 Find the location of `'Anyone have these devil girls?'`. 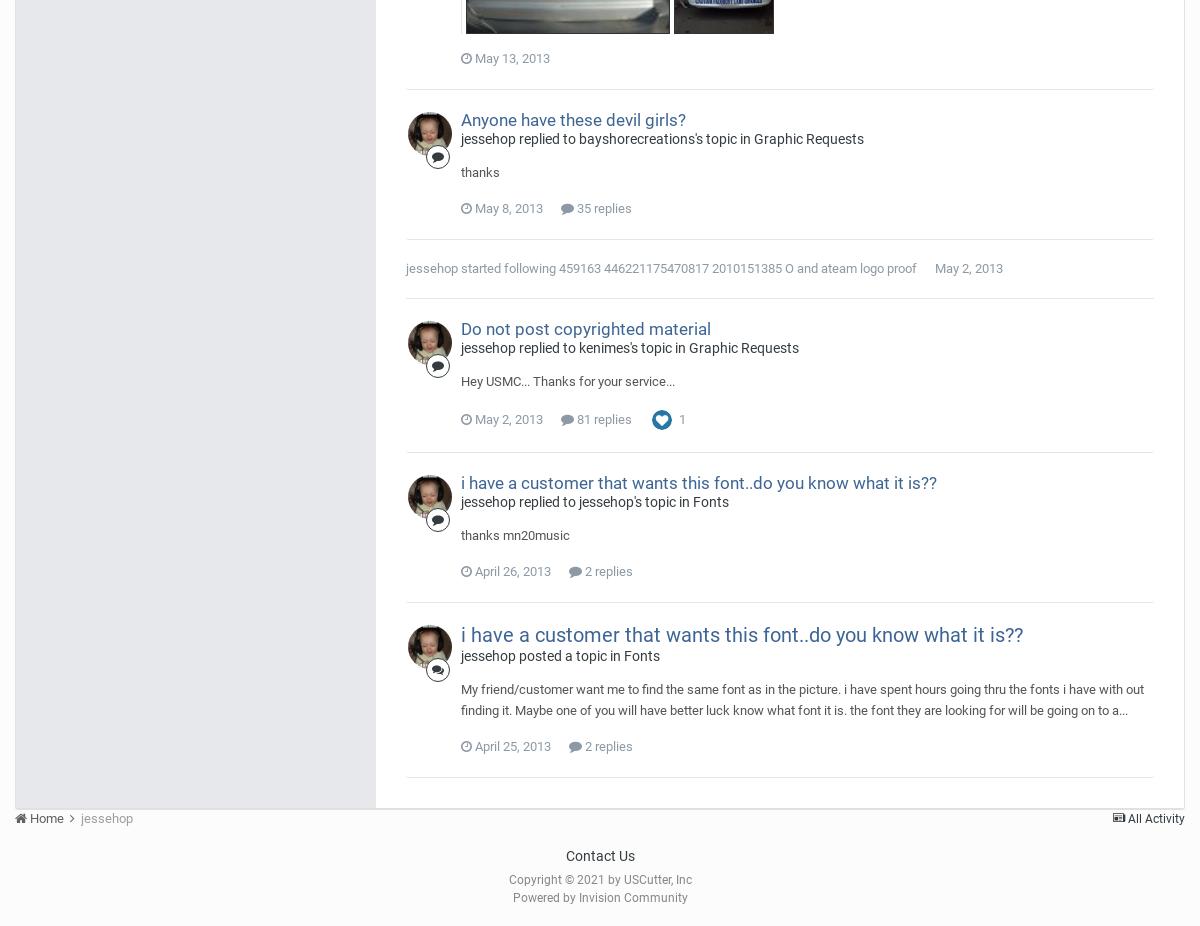

'Anyone have these devil girls?' is located at coordinates (572, 117).